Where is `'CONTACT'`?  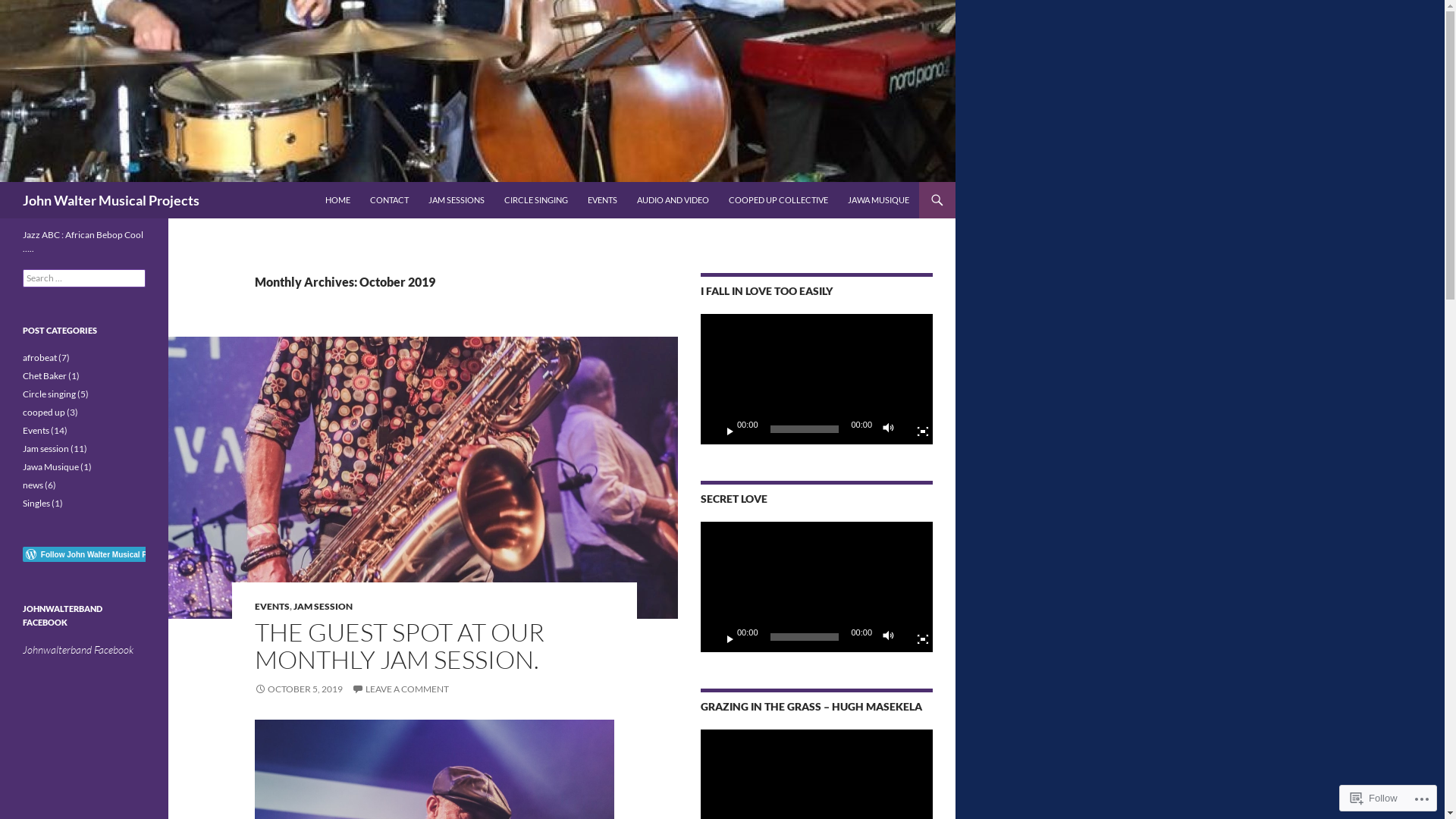 'CONTACT' is located at coordinates (389, 199).